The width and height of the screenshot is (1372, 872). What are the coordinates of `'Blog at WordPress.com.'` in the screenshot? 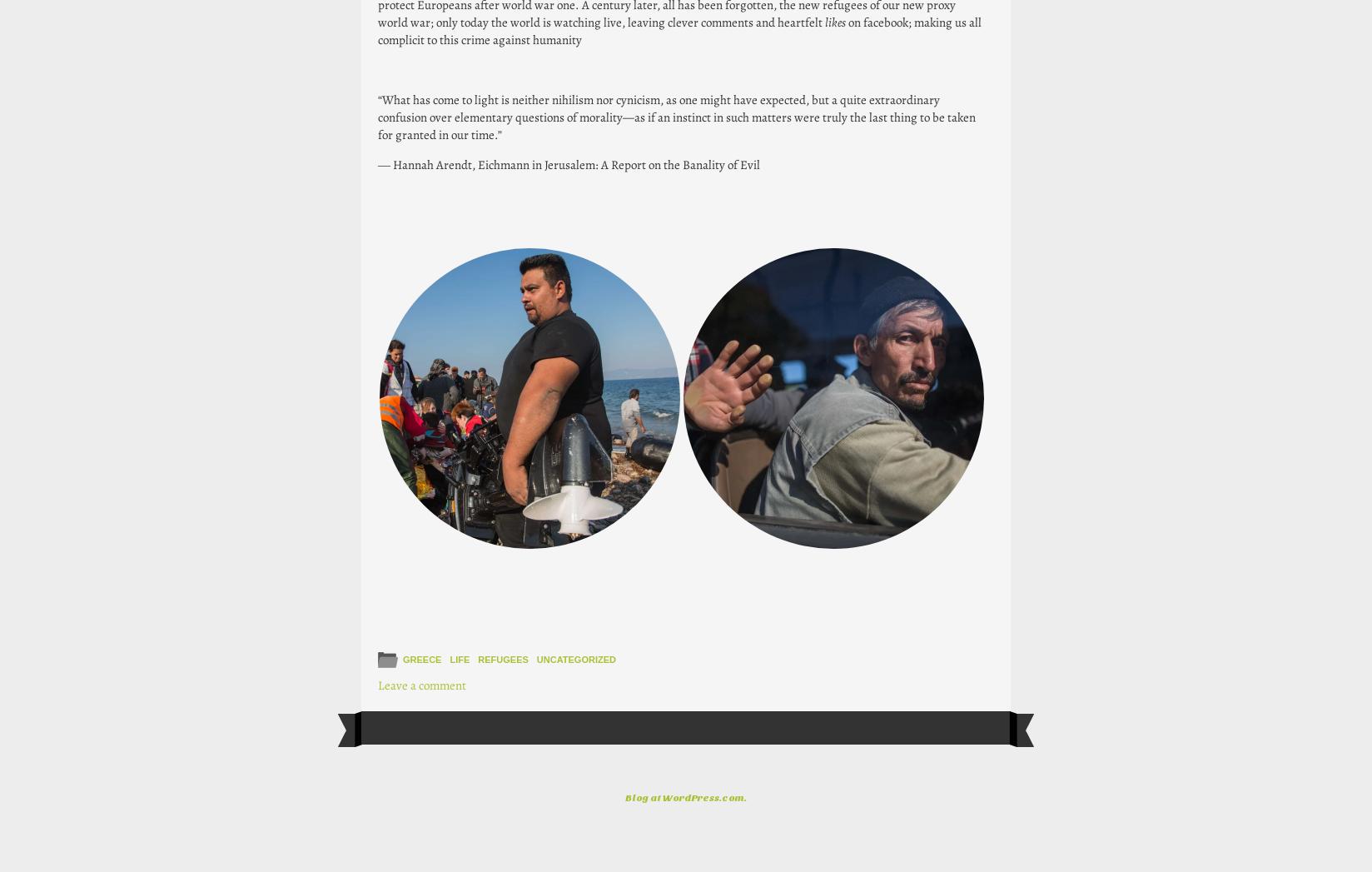 It's located at (686, 795).